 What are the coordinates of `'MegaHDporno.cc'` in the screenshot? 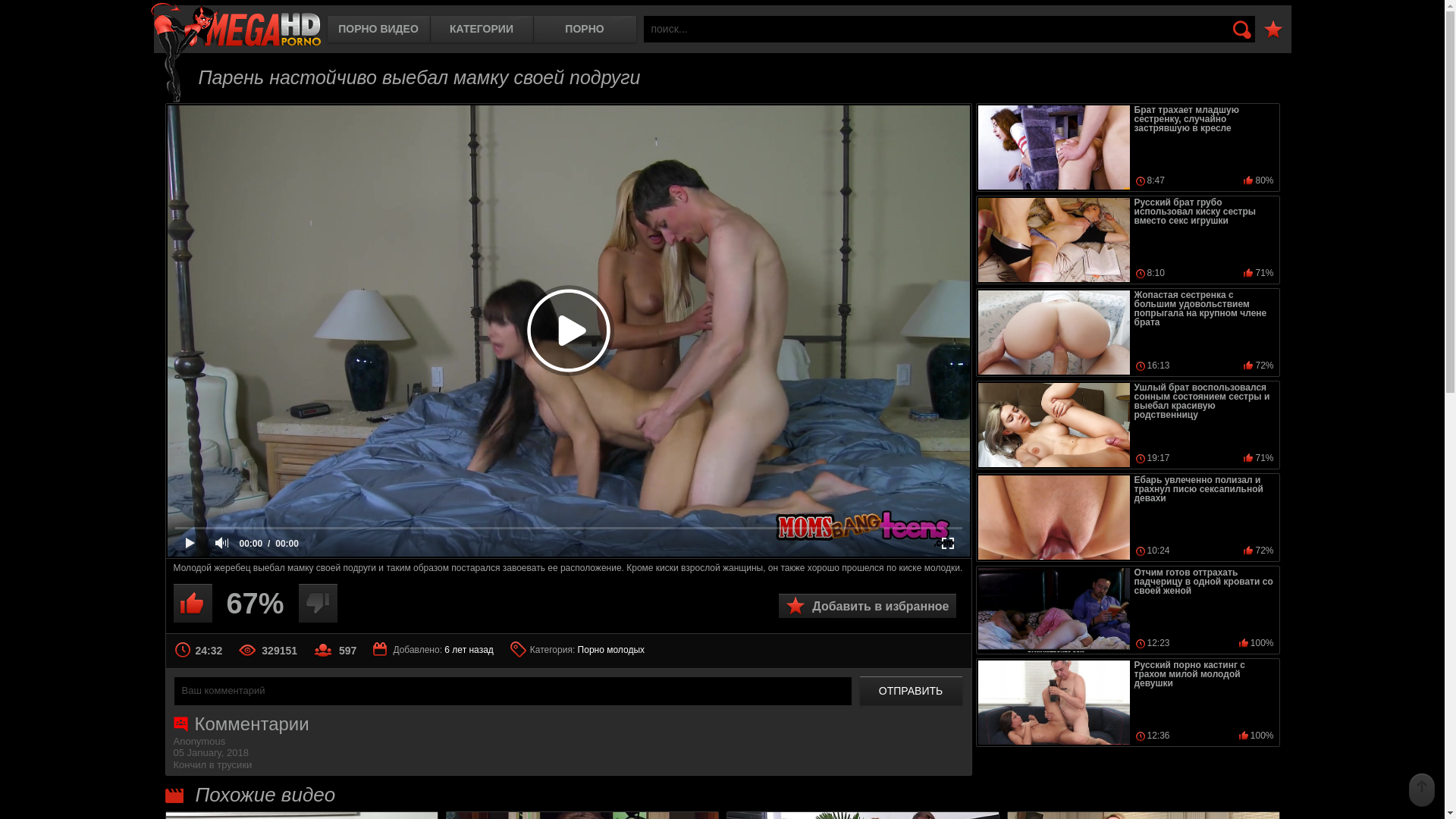 It's located at (234, 26).